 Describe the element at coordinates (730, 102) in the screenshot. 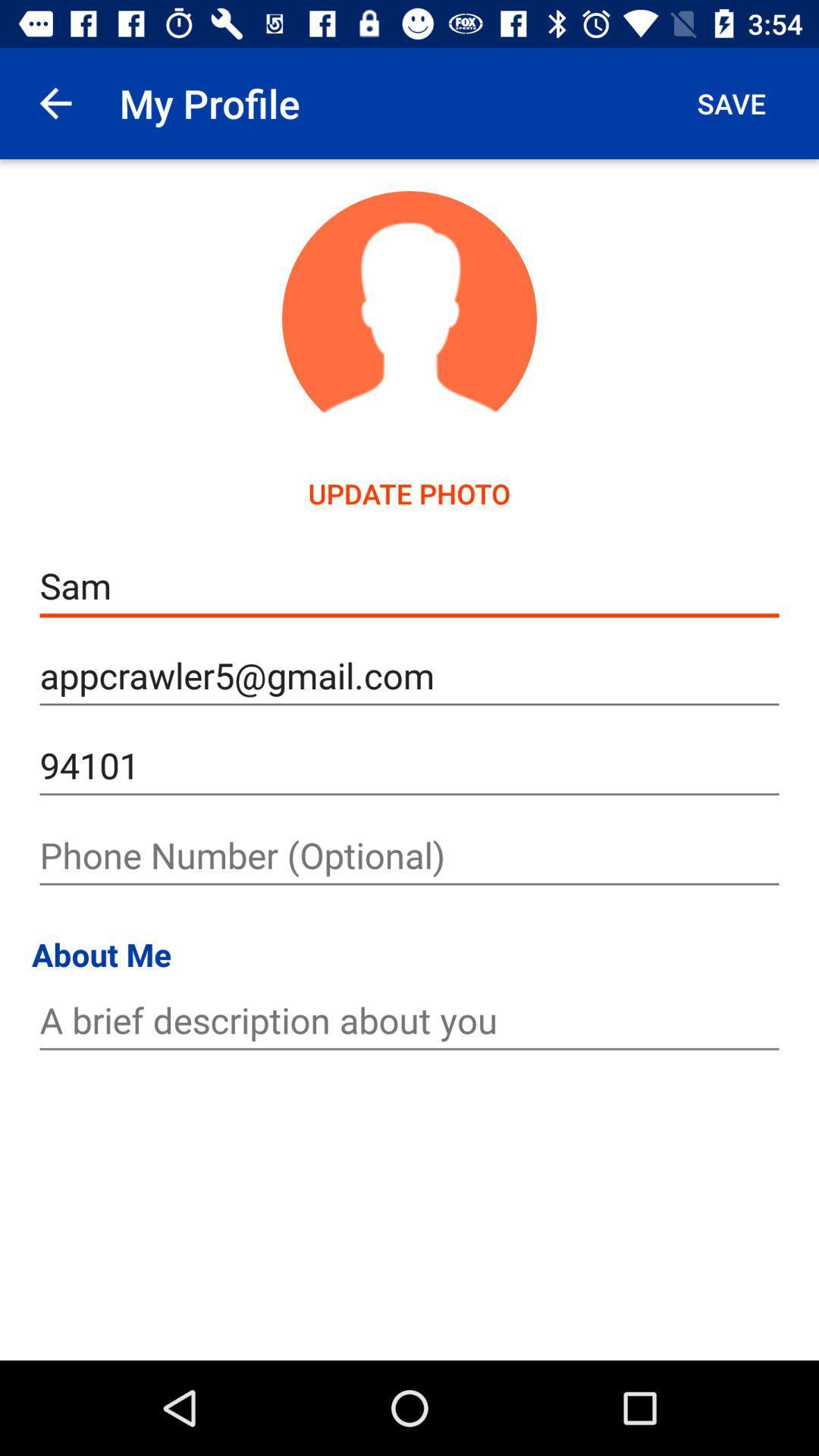

I see `the save item` at that location.